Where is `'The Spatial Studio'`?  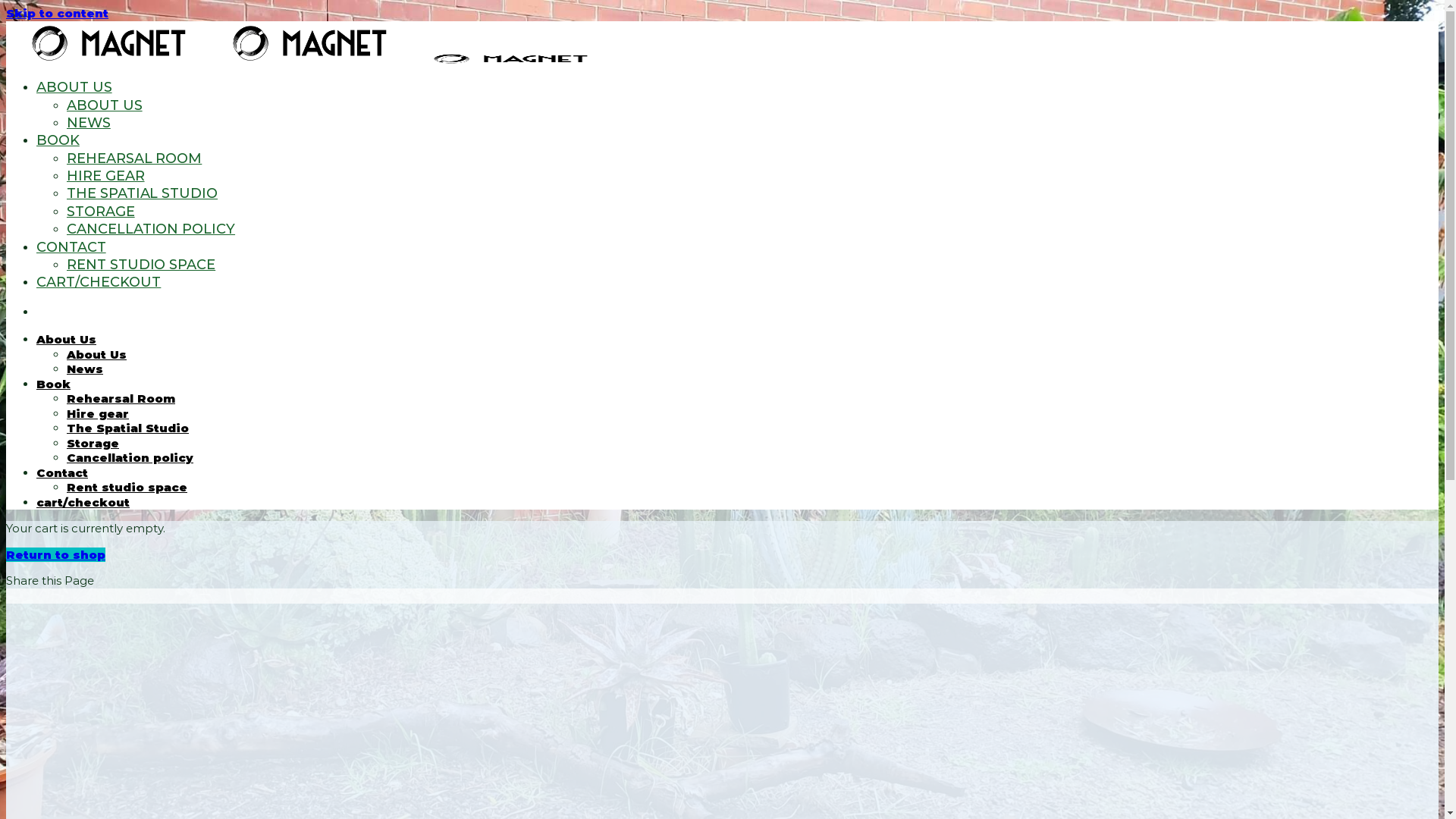 'The Spatial Studio' is located at coordinates (65, 428).